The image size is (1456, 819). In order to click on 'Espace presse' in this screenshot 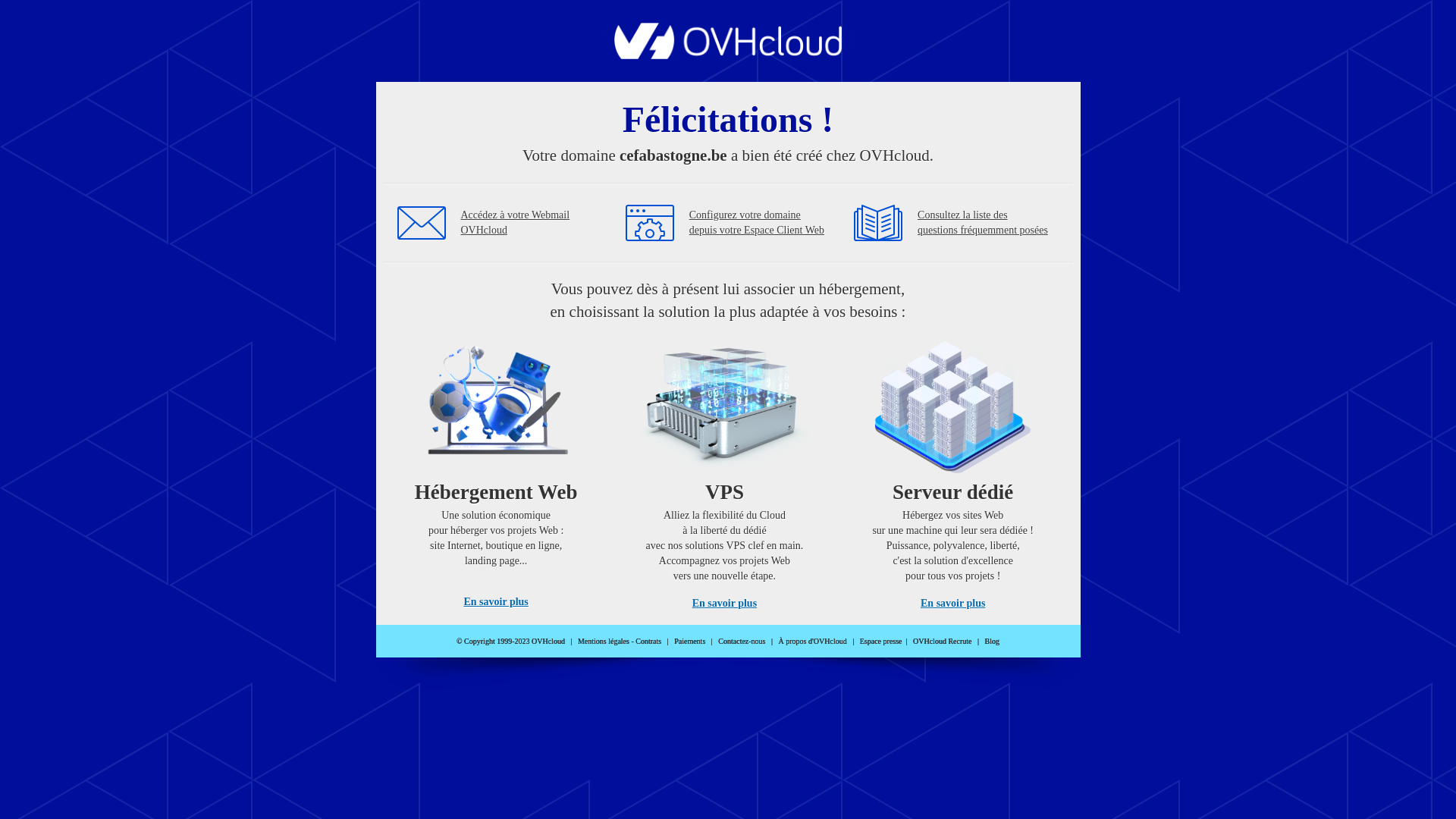, I will do `click(880, 641)`.